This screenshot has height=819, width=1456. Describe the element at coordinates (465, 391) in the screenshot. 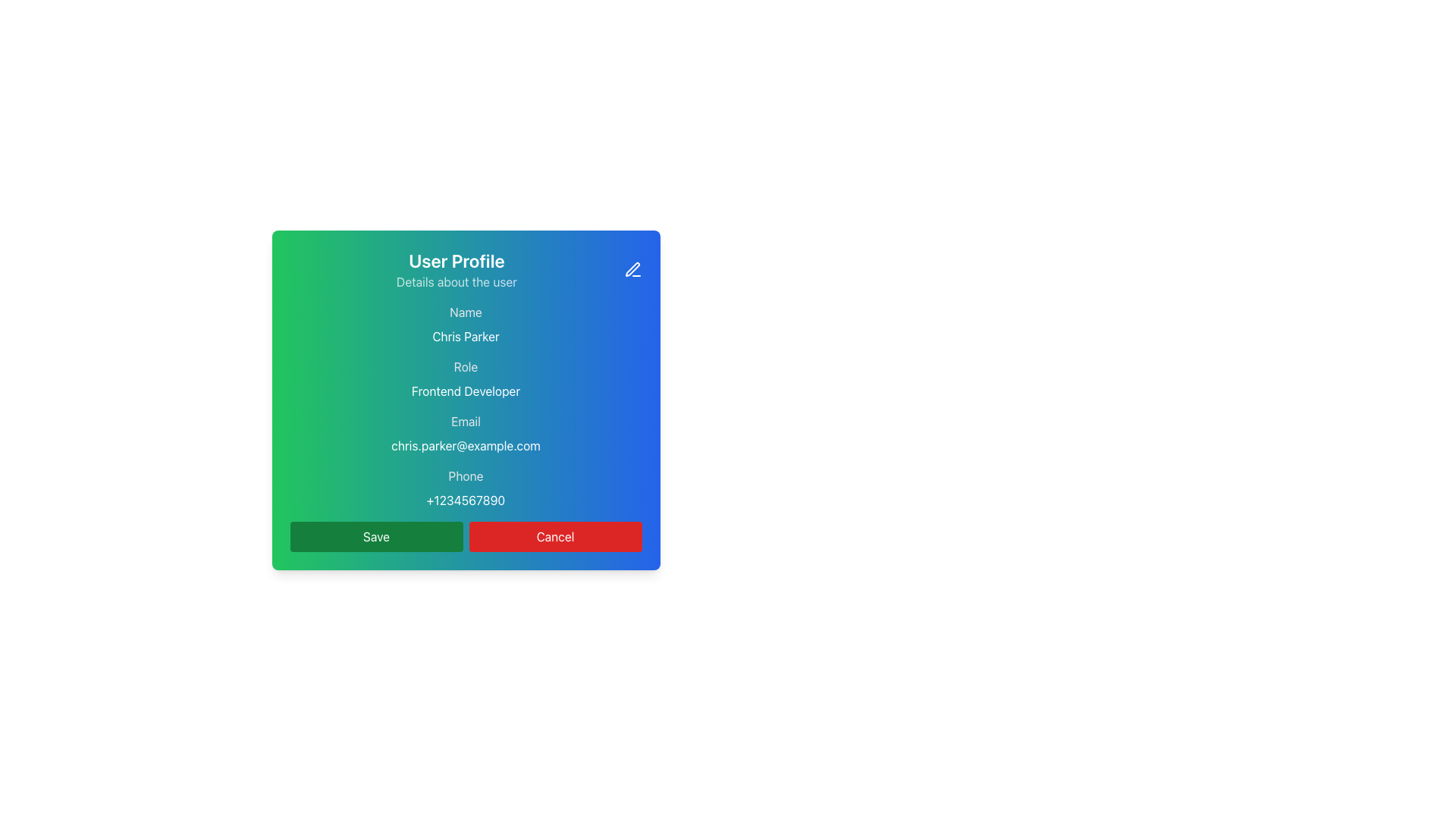

I see `the static text label displaying 'Frontend Developer', which is located directly below the 'Role' label in the user profile section` at that location.